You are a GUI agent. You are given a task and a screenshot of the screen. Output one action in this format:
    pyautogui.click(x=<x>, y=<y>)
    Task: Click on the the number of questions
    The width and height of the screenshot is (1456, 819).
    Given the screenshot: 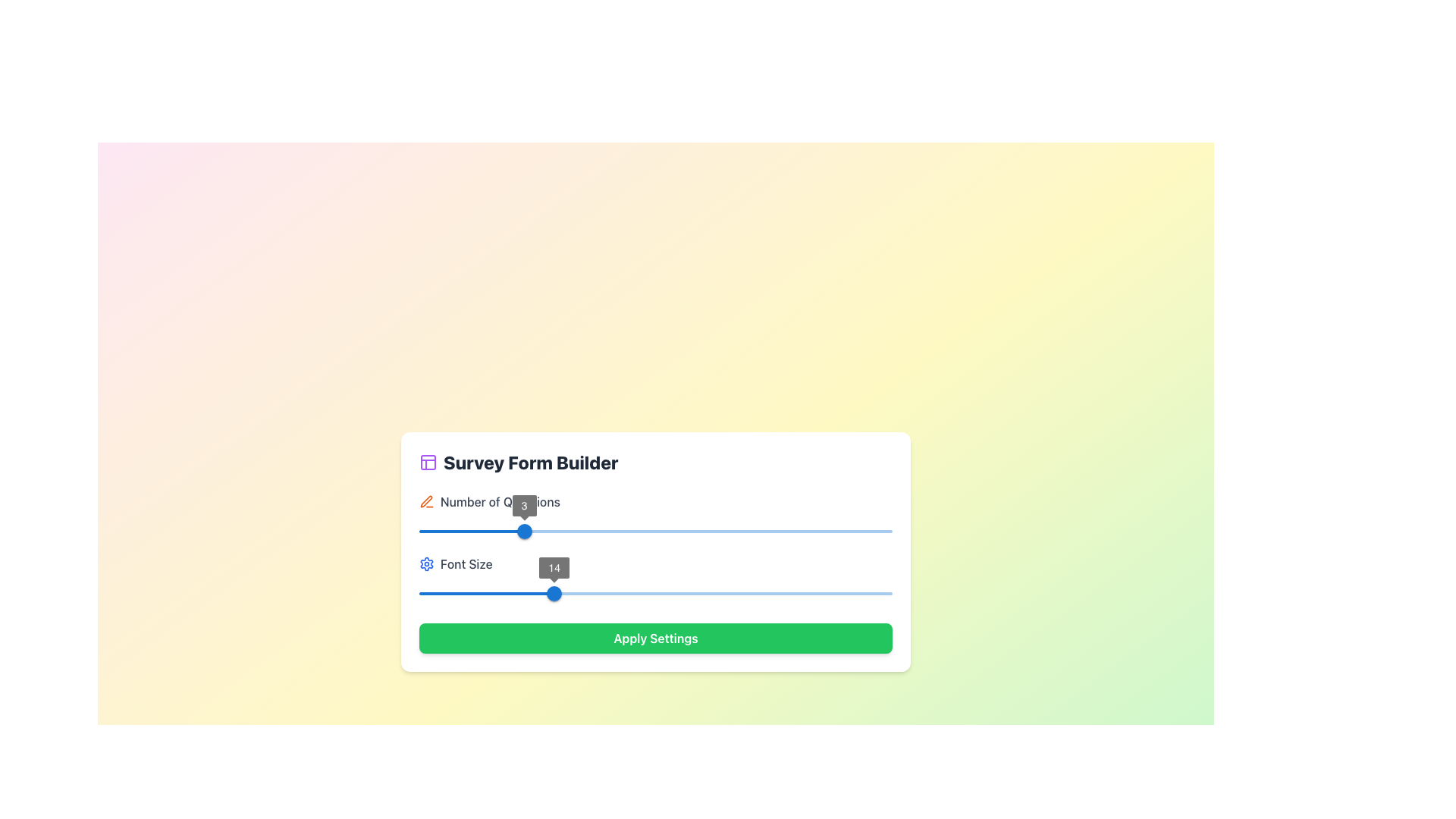 What is the action you would take?
    pyautogui.click(x=454, y=531)
    